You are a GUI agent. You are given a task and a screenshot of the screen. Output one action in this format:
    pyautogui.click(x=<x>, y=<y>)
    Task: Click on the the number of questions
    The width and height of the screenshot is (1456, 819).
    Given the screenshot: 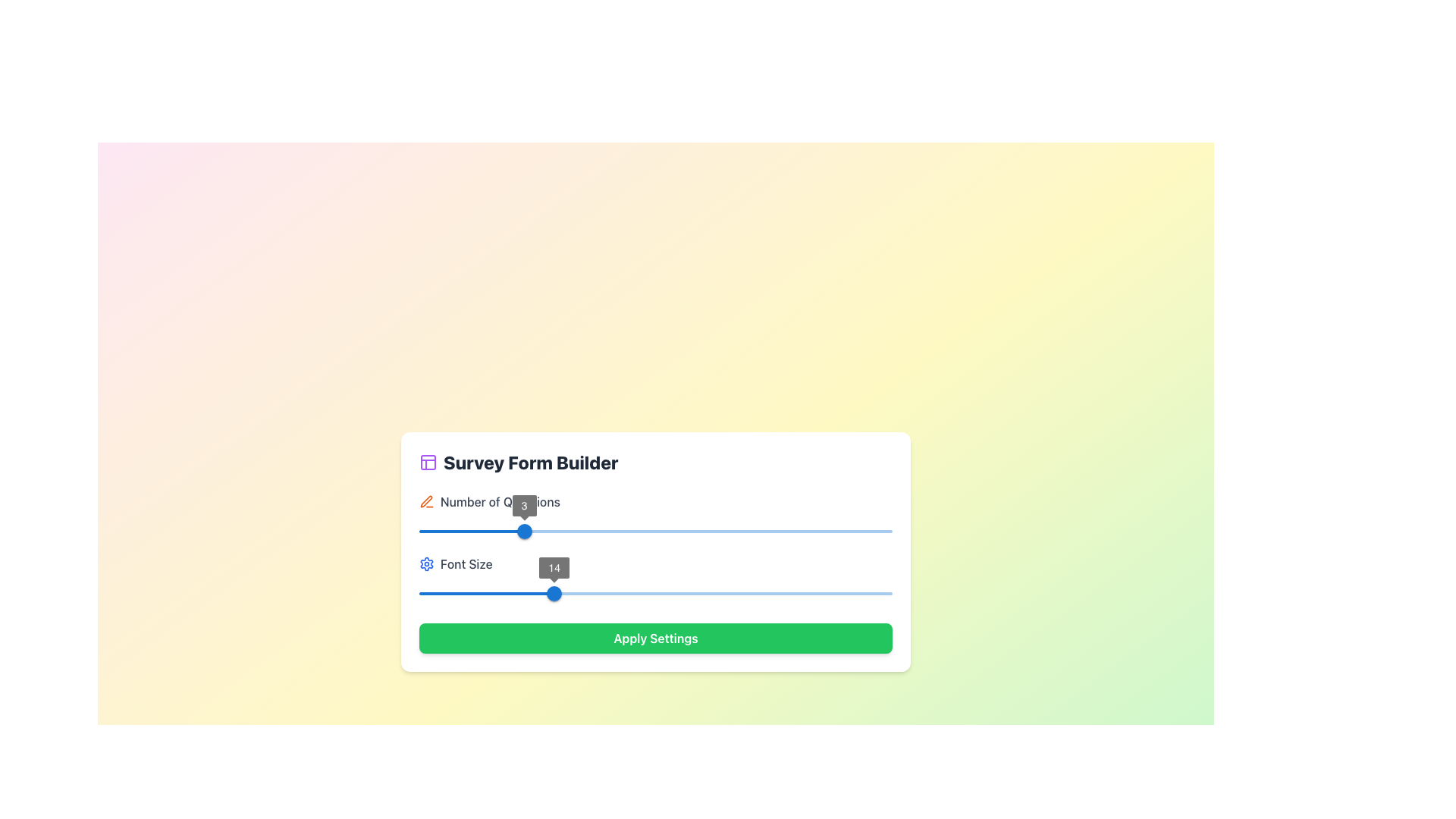 What is the action you would take?
    pyautogui.click(x=454, y=531)
    